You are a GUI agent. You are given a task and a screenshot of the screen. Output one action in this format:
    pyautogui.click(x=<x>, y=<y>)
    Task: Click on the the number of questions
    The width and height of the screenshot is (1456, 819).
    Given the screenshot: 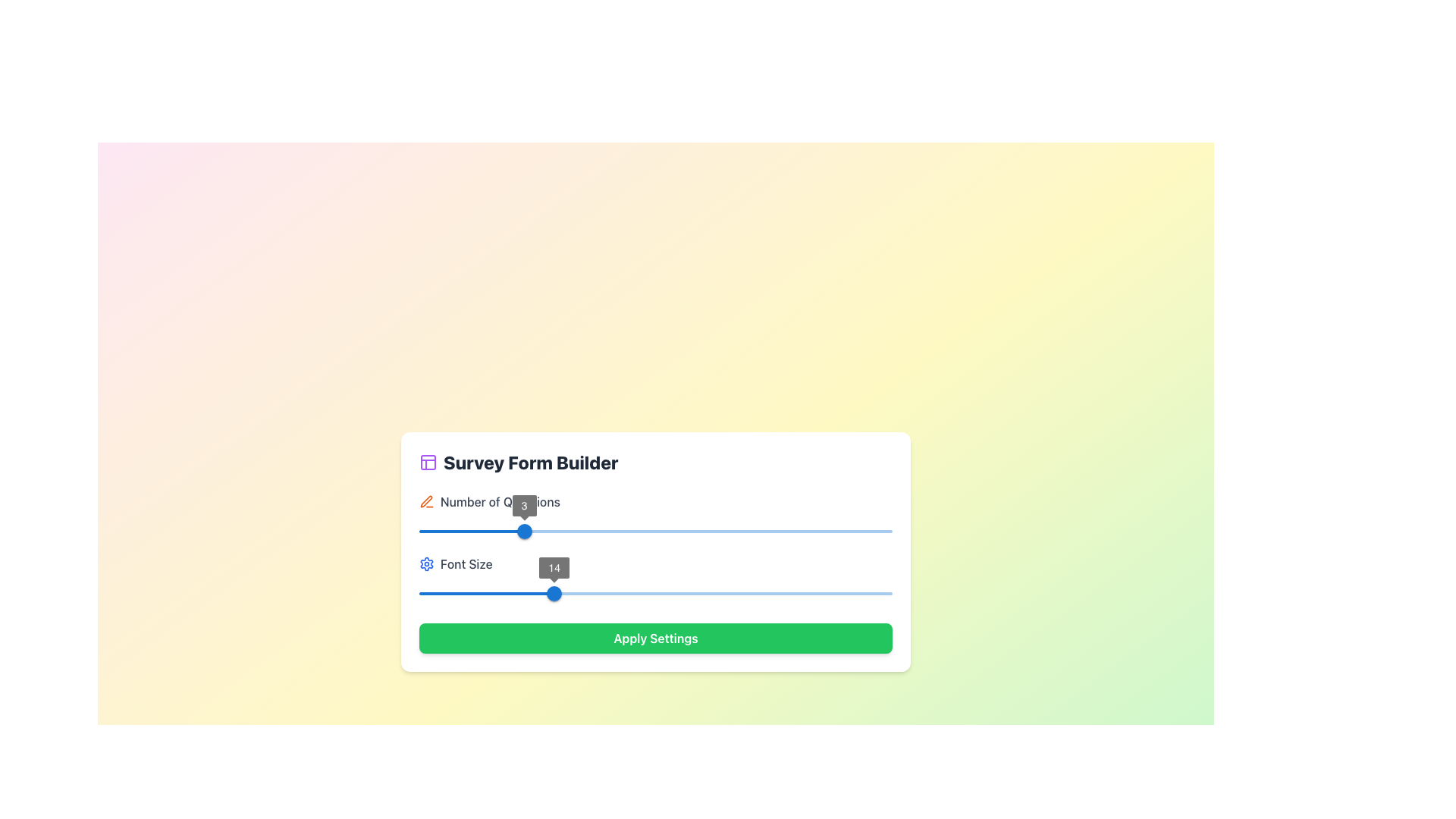 What is the action you would take?
    pyautogui.click(x=454, y=531)
    